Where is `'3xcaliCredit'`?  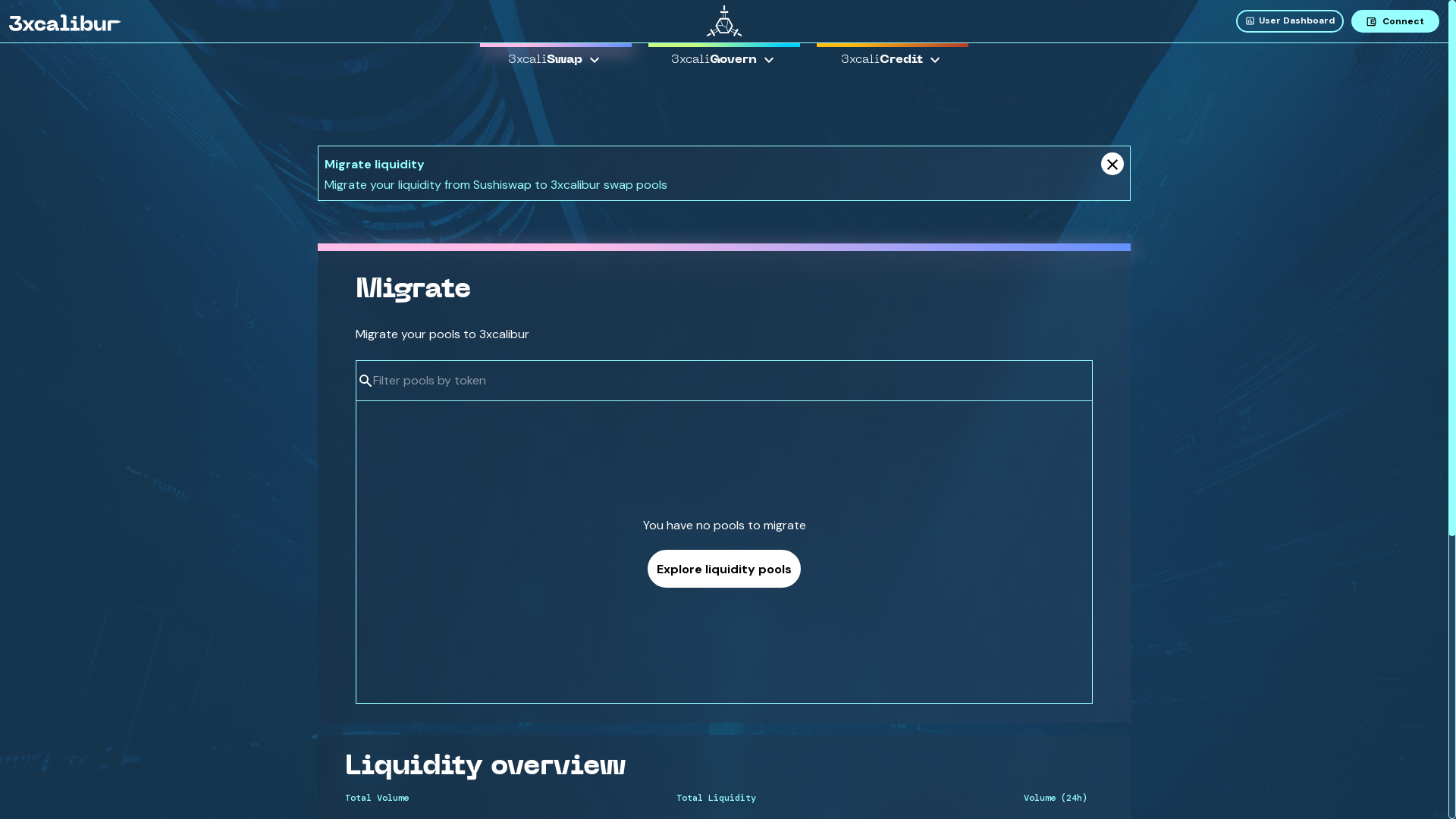
'3xcaliCredit' is located at coordinates (892, 58).